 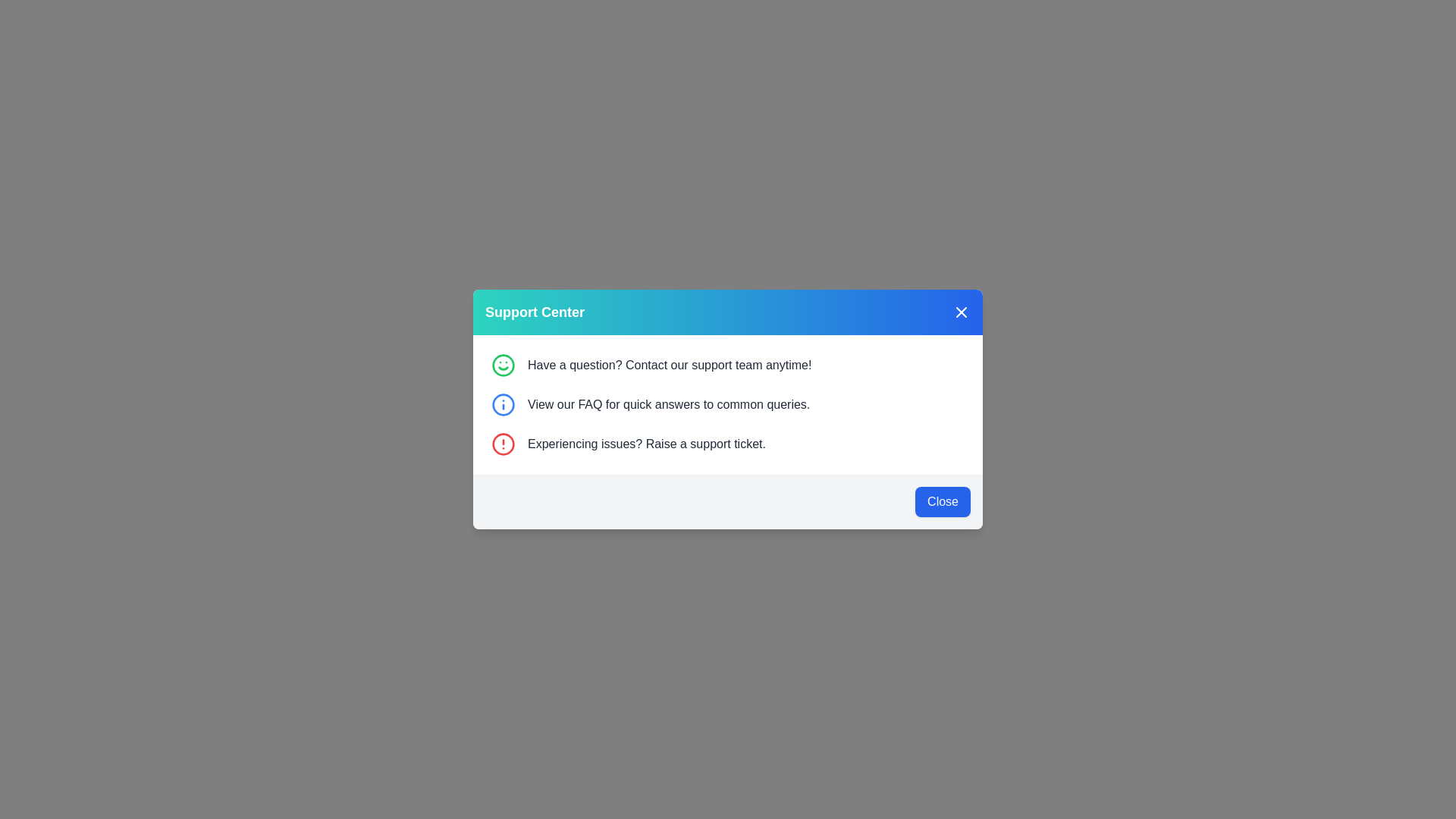 I want to click on the close button located at the bottom-right corner of the gray-colored, rounded box within the modal dialog, so click(x=942, y=502).